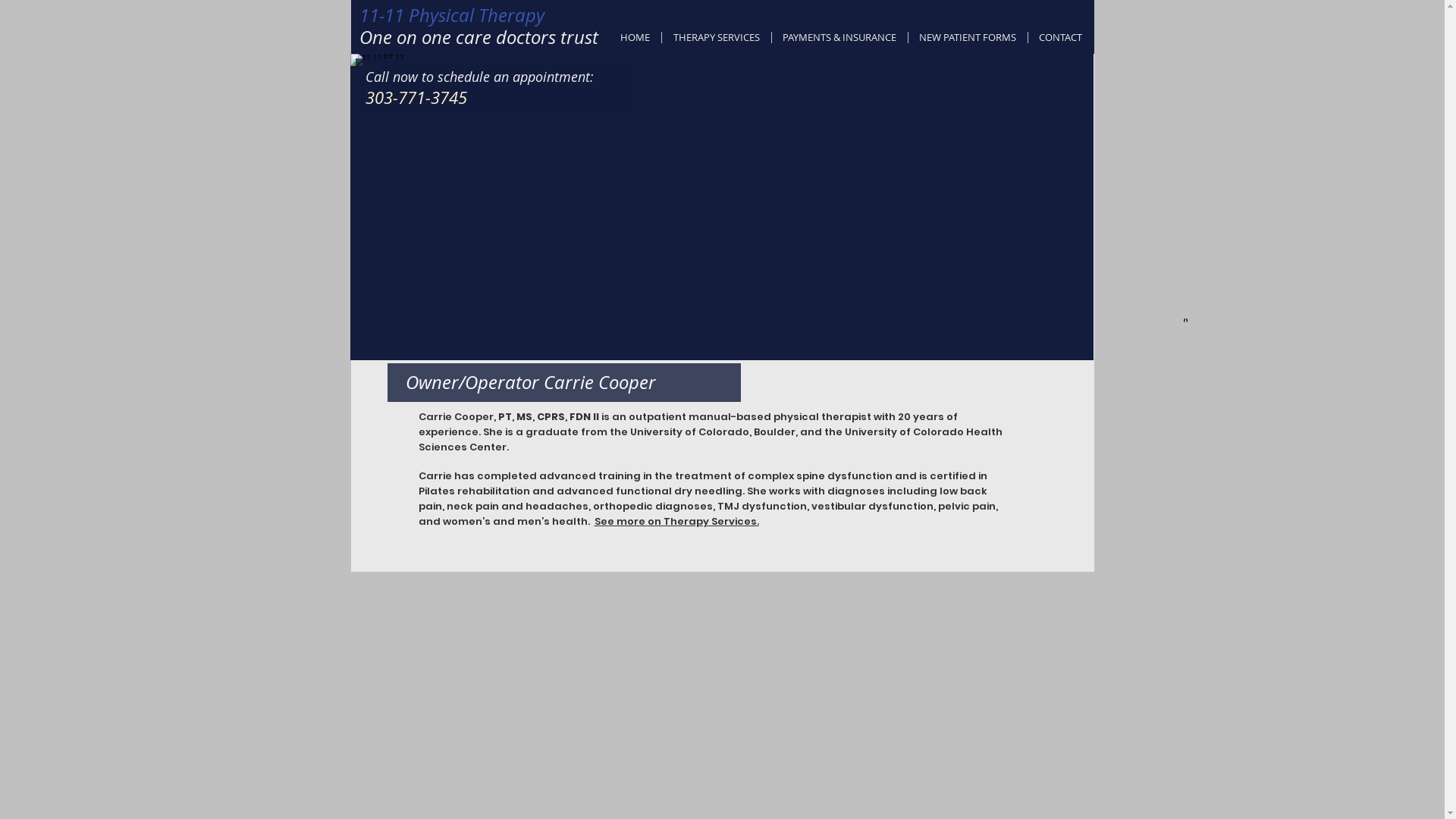 The width and height of the screenshot is (1456, 819). I want to click on 'PAYMENTS & INSURANCE', so click(771, 36).